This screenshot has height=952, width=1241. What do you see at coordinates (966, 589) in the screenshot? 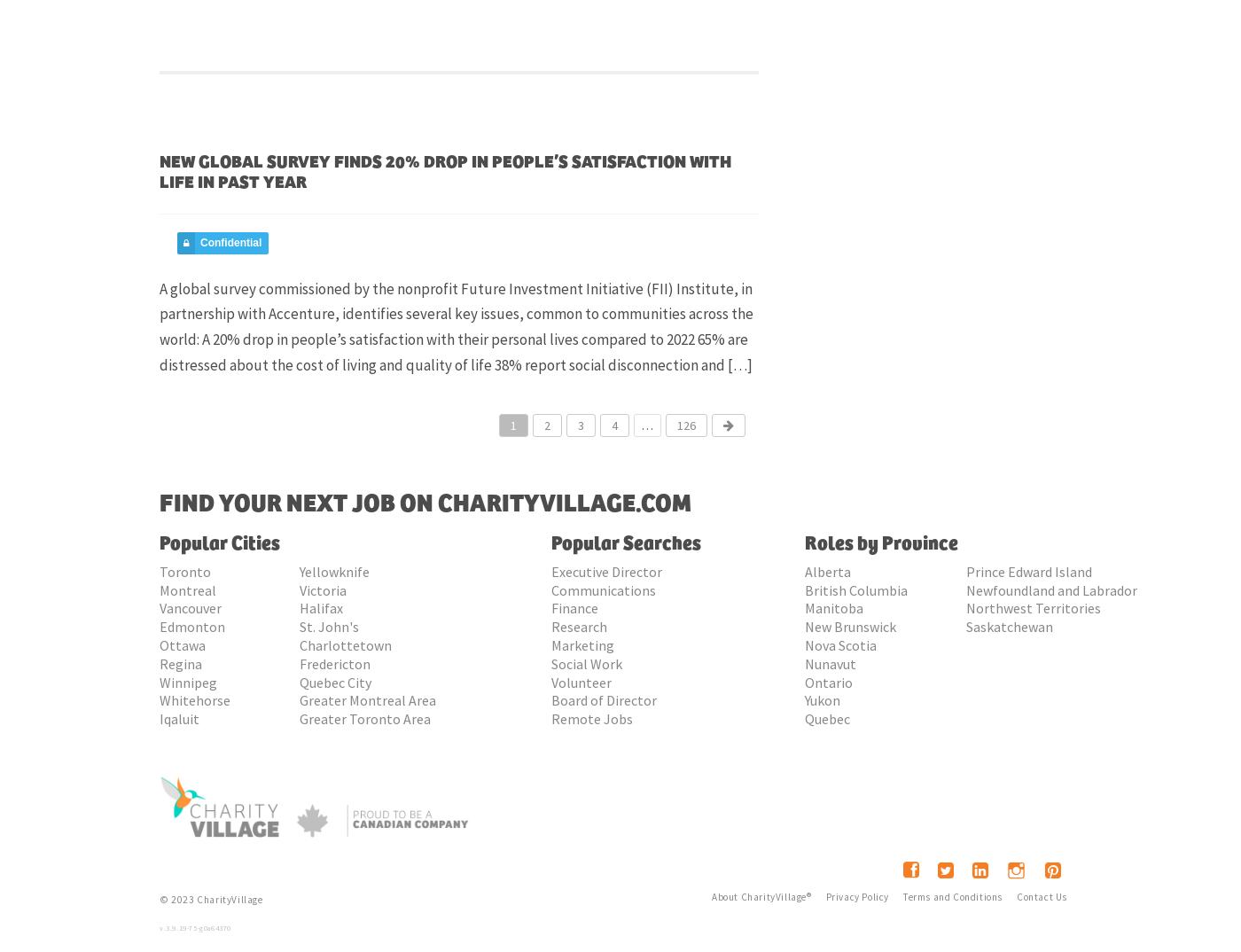
I see `'Newfoundland and Labrador'` at bounding box center [966, 589].